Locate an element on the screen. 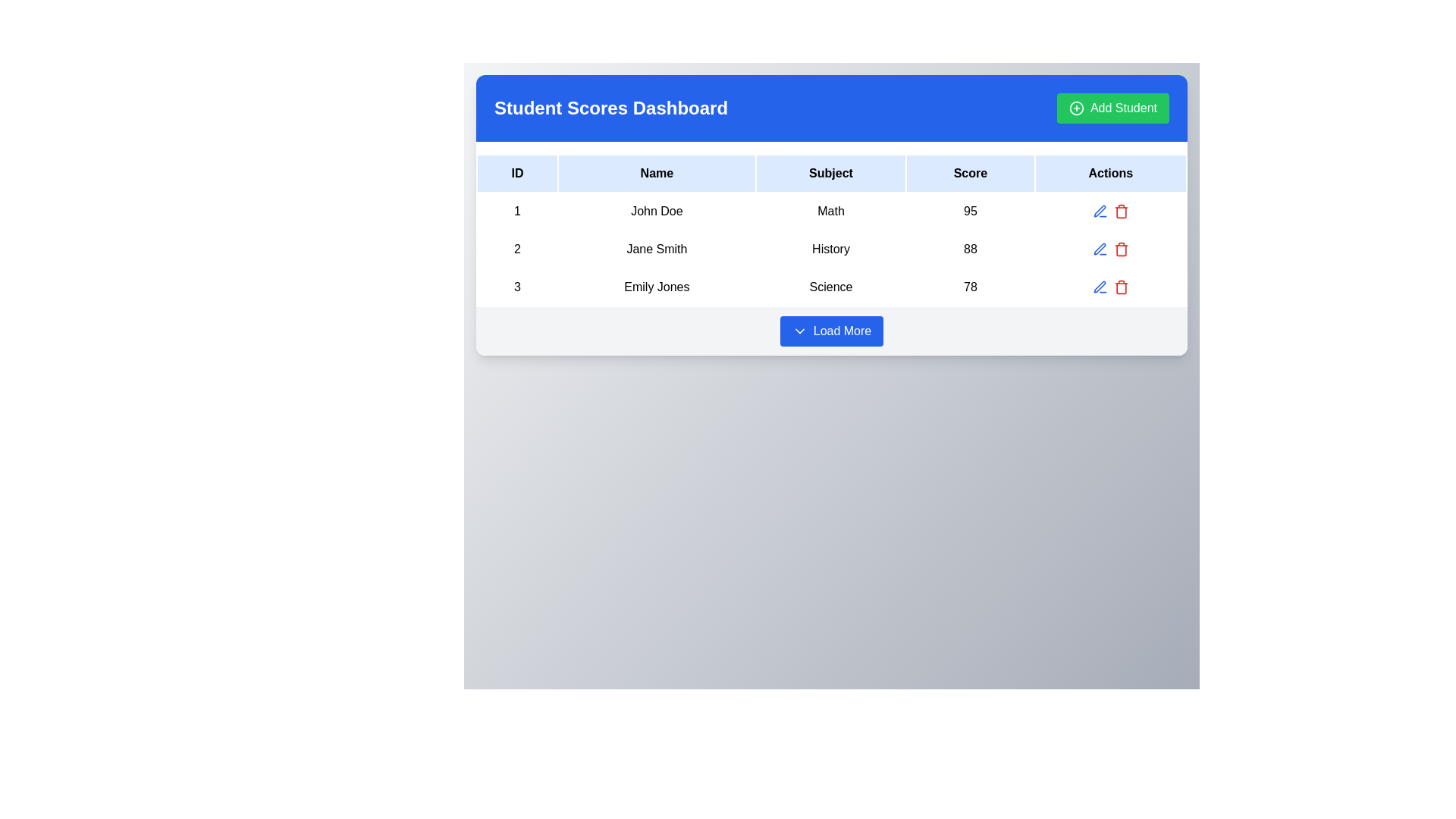 The height and width of the screenshot is (819, 1456). the 'Student Scores Dashboard' text element displayed in bold and large font within the blue header section at the top of the card is located at coordinates (611, 107).